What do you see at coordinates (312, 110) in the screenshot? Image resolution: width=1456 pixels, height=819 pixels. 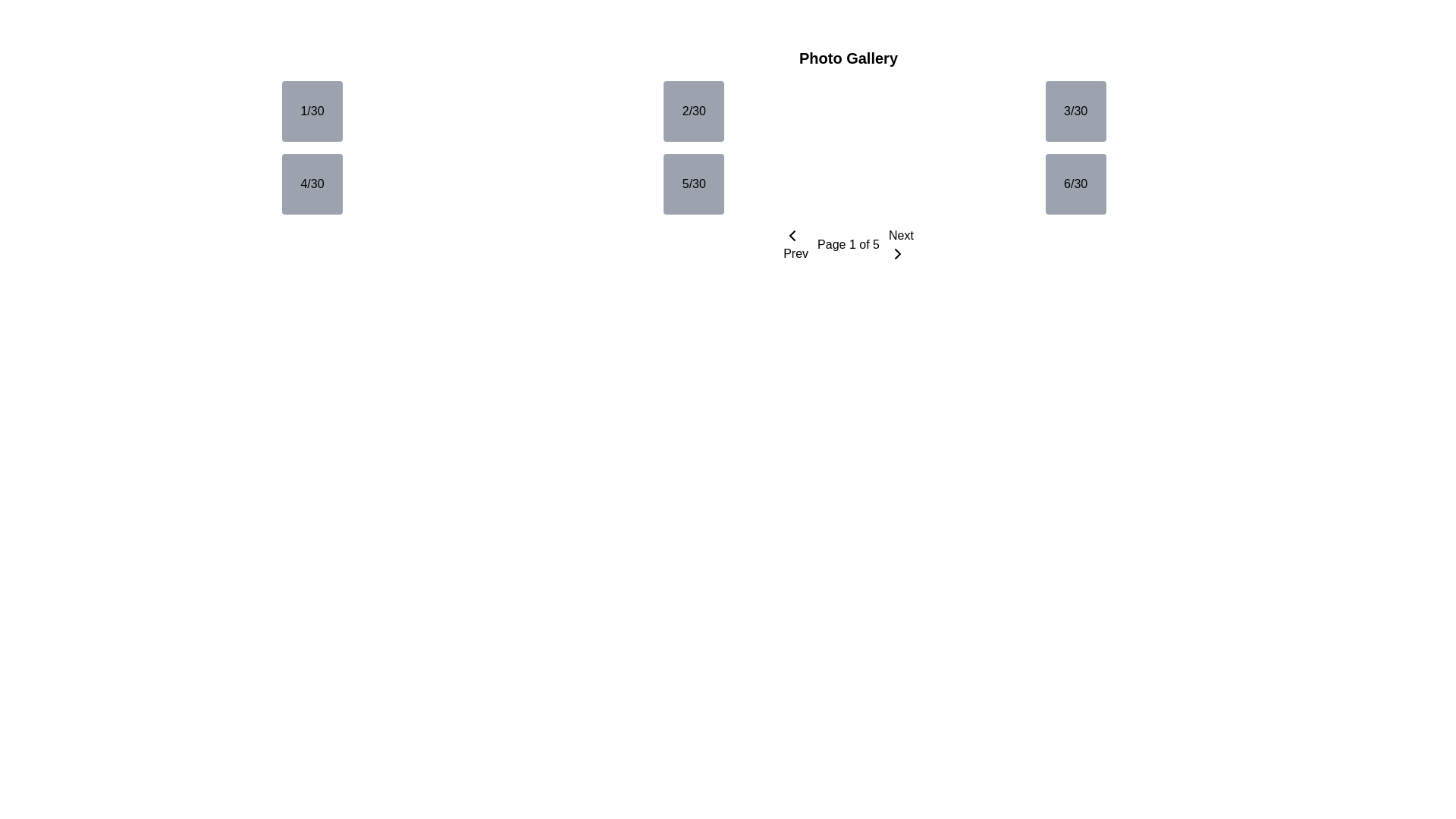 I see `the Static Information Box displaying '1/30' with a gray background and rounded corners, located in the top-left corner of the grid layout` at bounding box center [312, 110].